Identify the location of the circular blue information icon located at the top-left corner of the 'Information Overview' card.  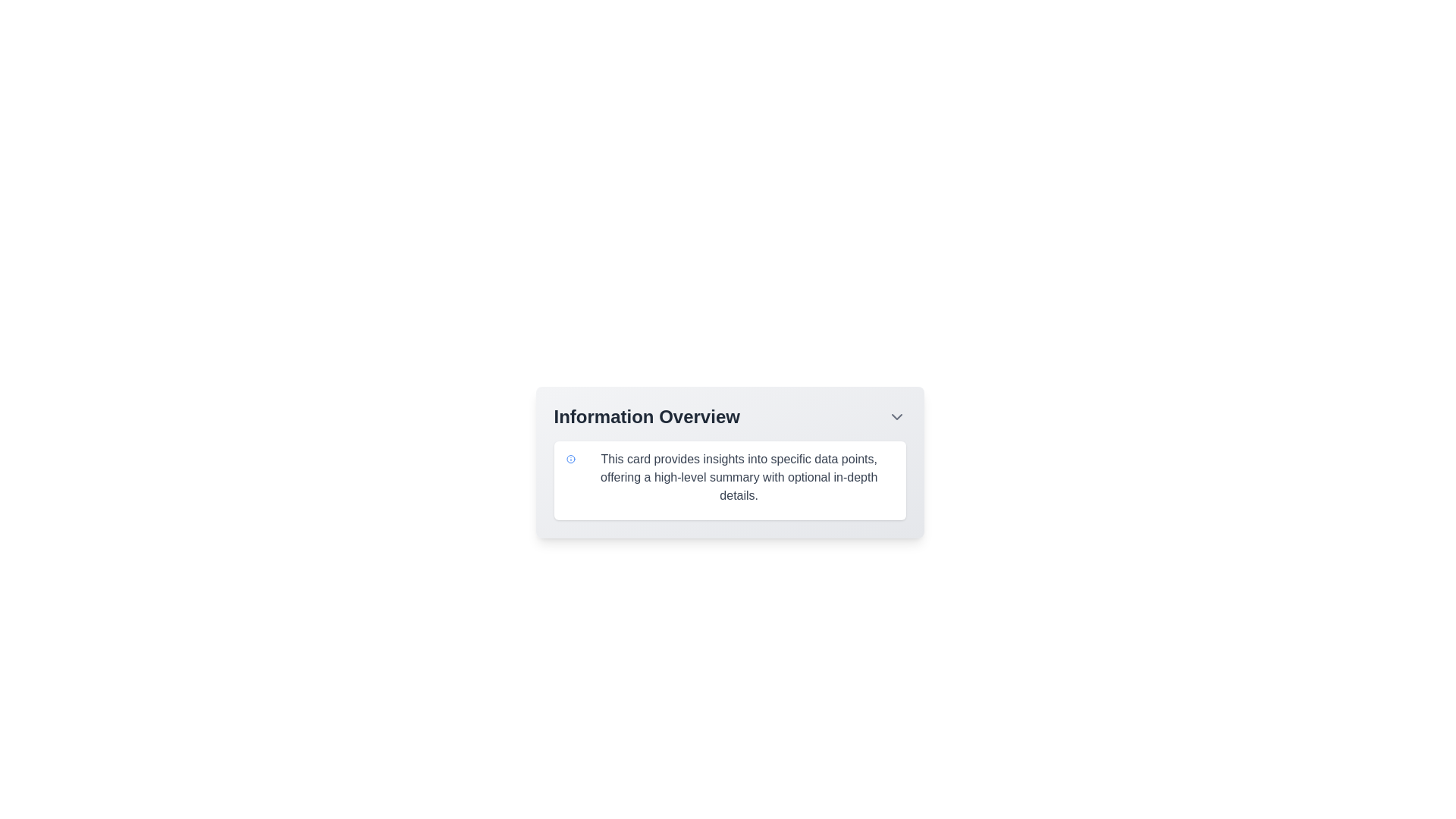
(570, 458).